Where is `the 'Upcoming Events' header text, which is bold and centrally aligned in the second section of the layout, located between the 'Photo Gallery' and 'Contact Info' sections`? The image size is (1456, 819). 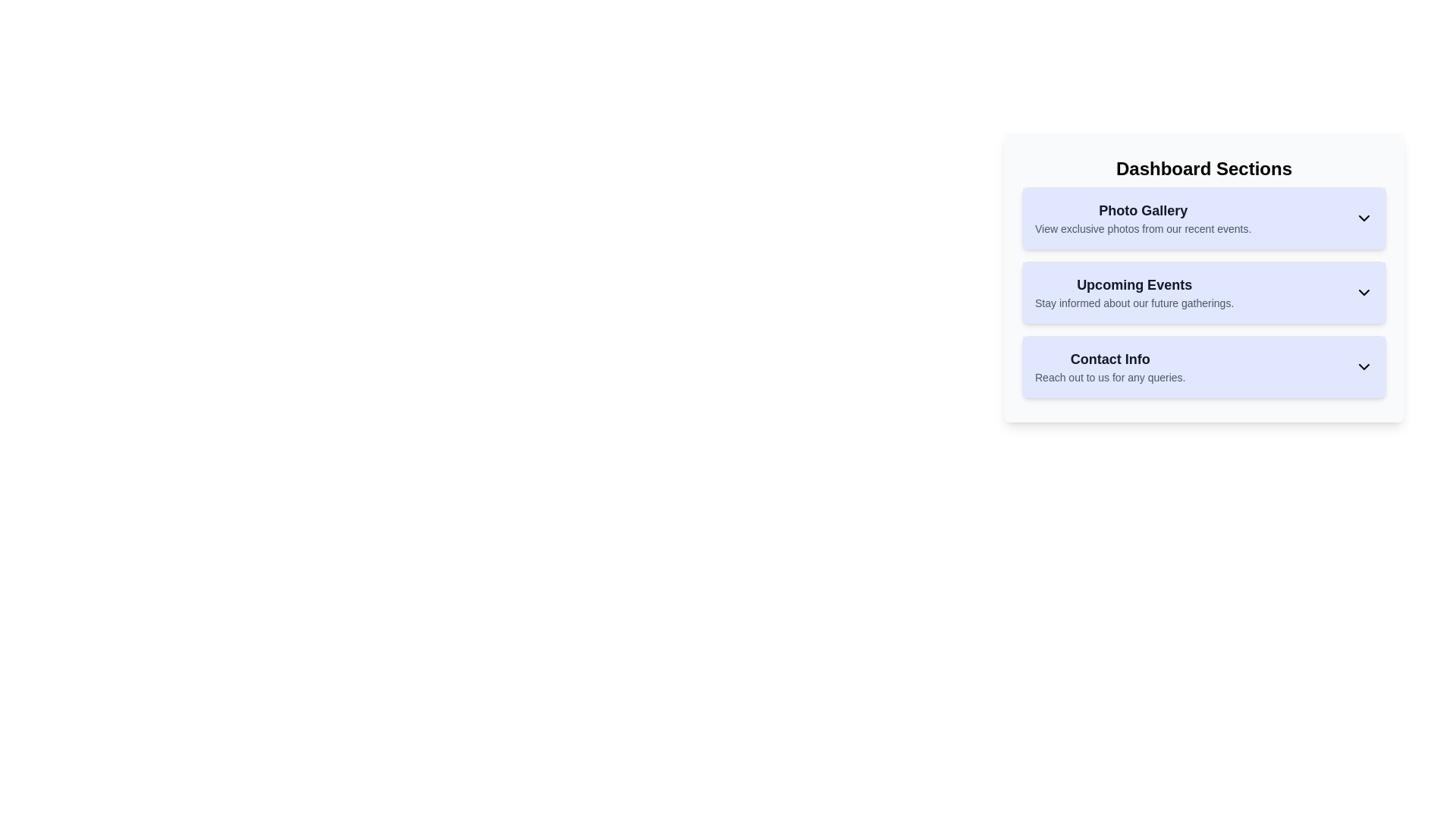
the 'Upcoming Events' header text, which is bold and centrally aligned in the second section of the layout, located between the 'Photo Gallery' and 'Contact Info' sections is located at coordinates (1134, 284).